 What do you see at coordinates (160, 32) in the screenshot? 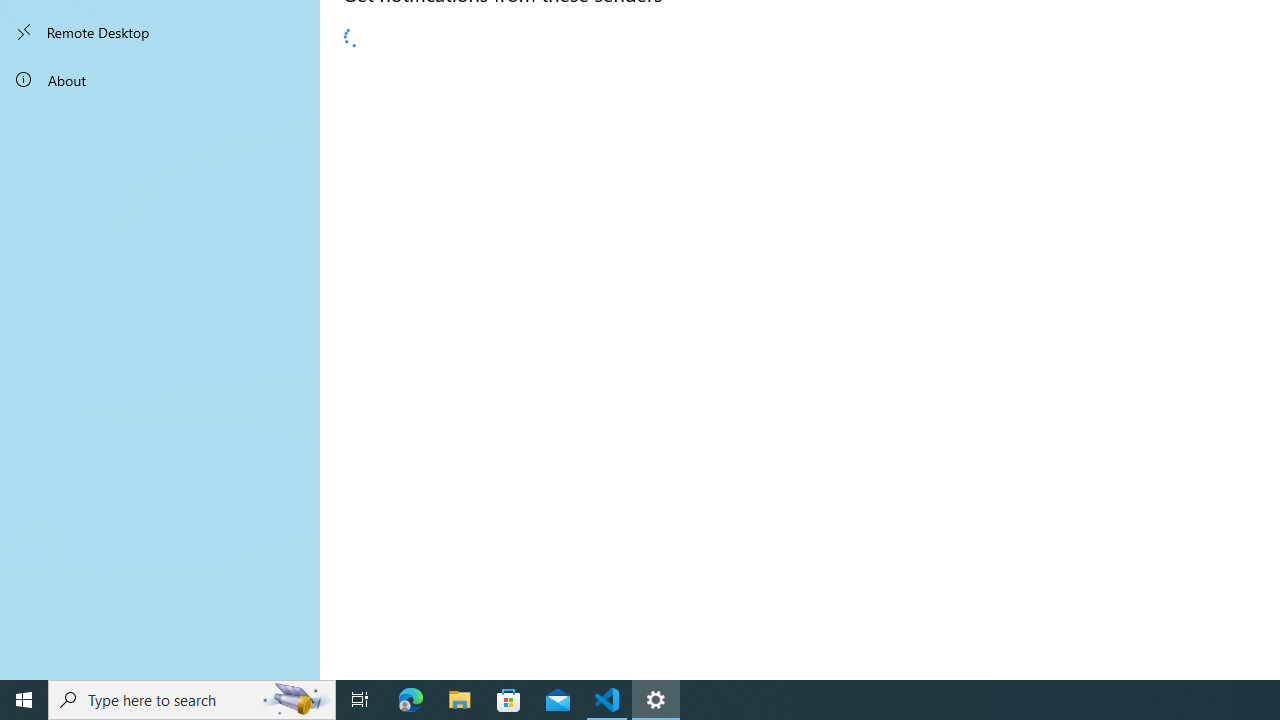
I see `'Remote Desktop'` at bounding box center [160, 32].